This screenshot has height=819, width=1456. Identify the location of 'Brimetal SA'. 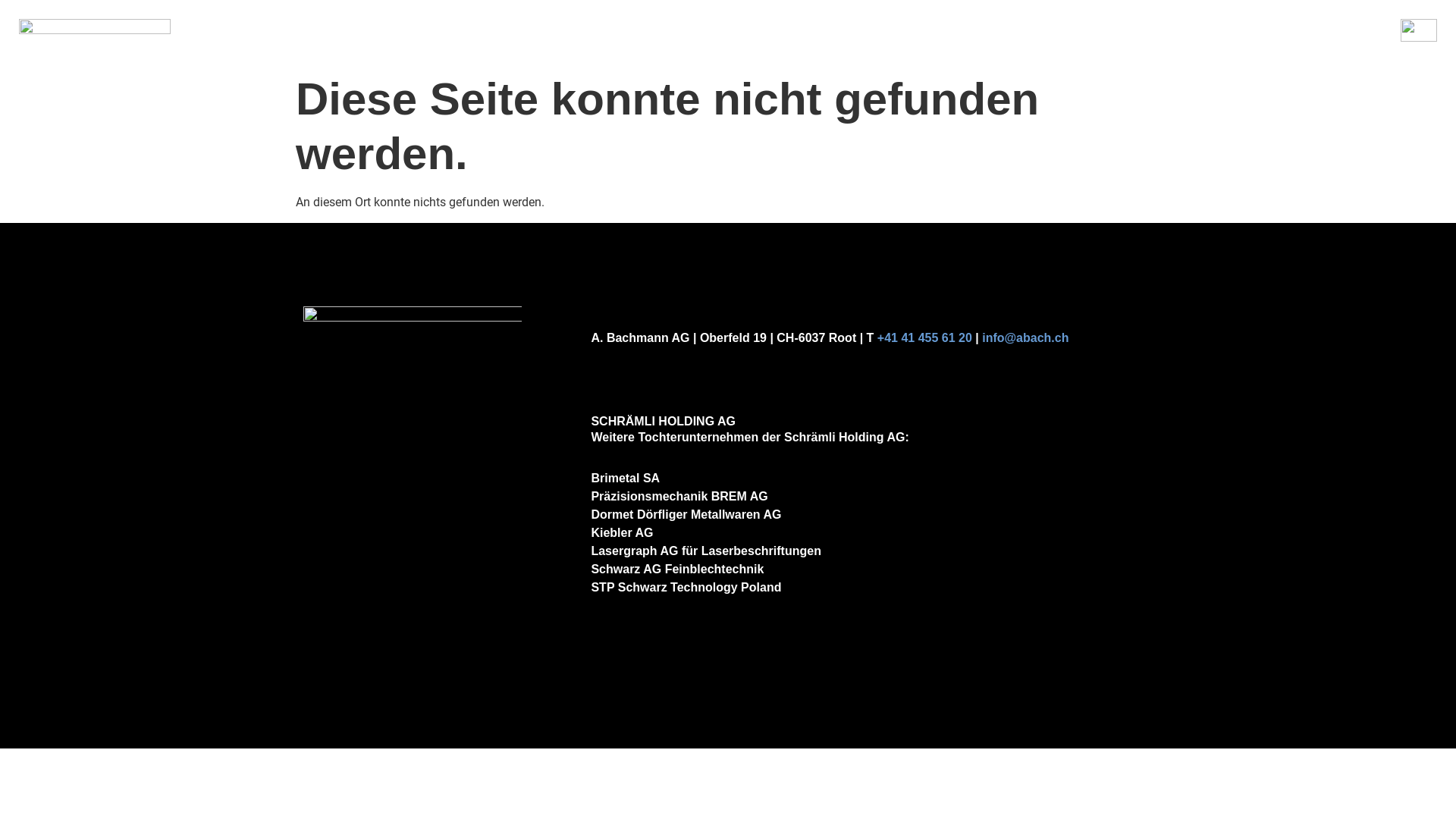
(625, 478).